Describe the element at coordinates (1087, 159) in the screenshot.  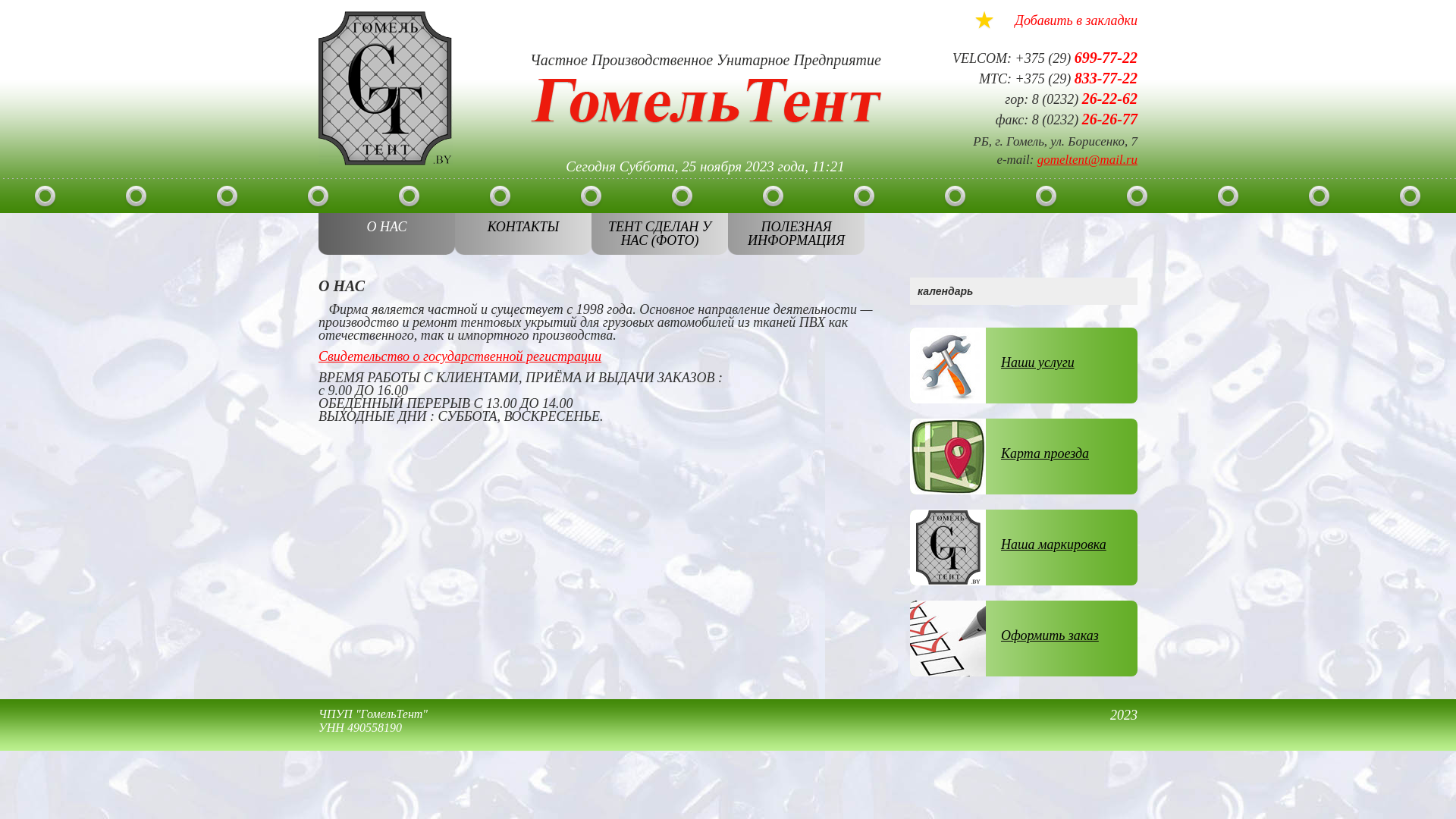
I see `'gomeltent@mail.ru'` at that location.